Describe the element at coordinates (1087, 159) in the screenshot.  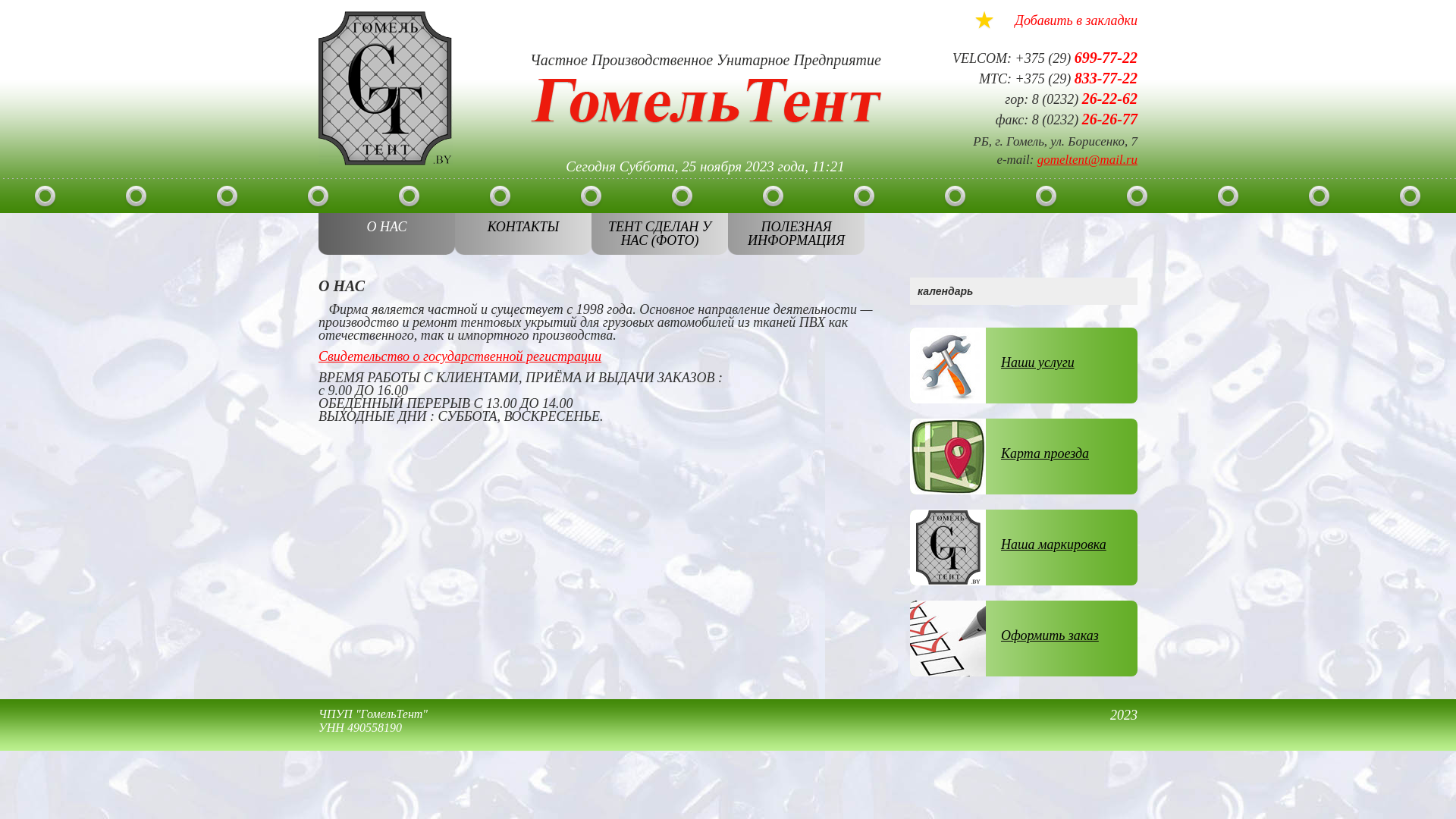
I see `'gomeltent@mail.ru'` at that location.